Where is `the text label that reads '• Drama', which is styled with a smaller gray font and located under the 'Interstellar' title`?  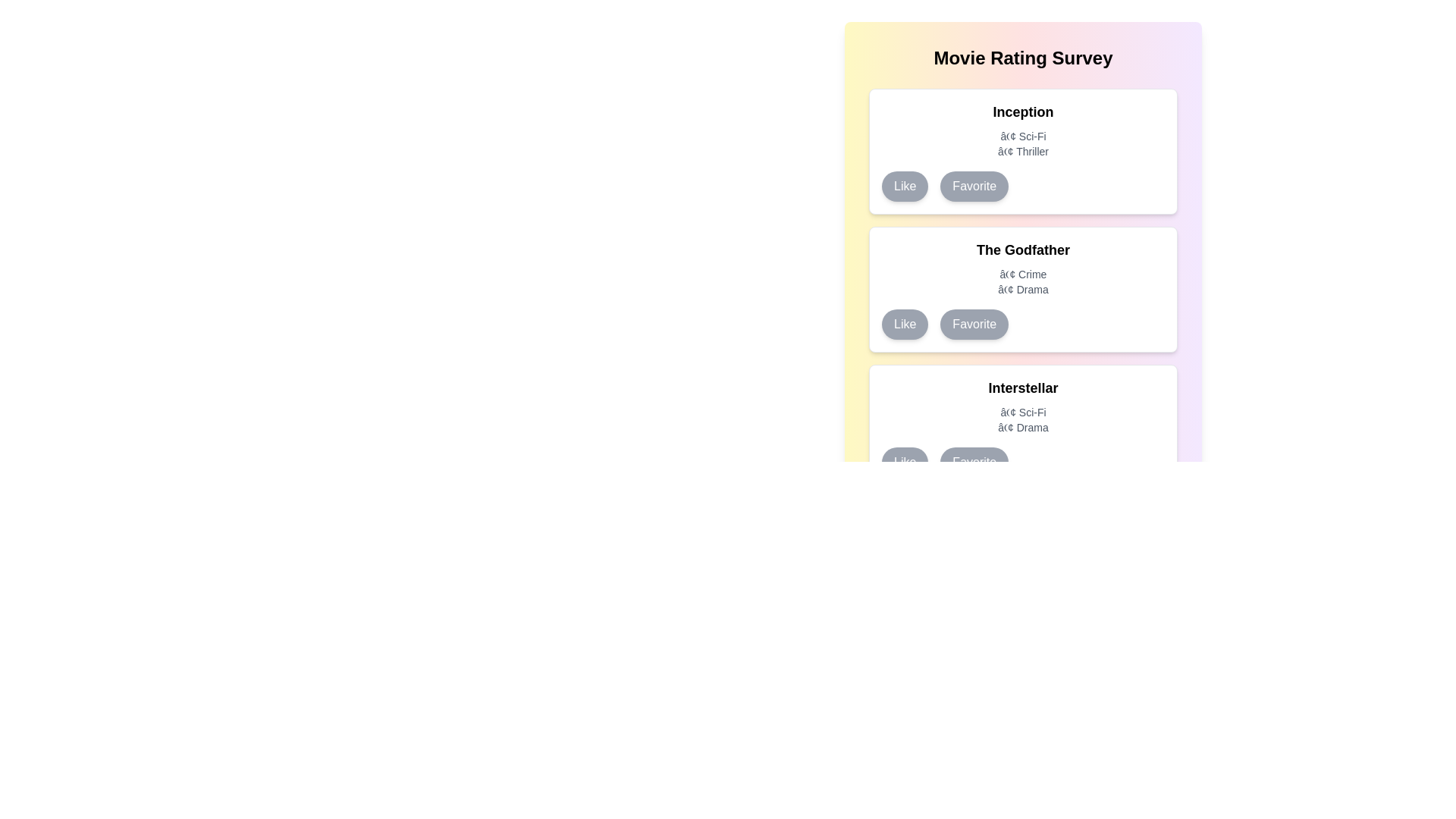 the text label that reads '• Drama', which is styled with a smaller gray font and located under the 'Interstellar' title is located at coordinates (1023, 427).